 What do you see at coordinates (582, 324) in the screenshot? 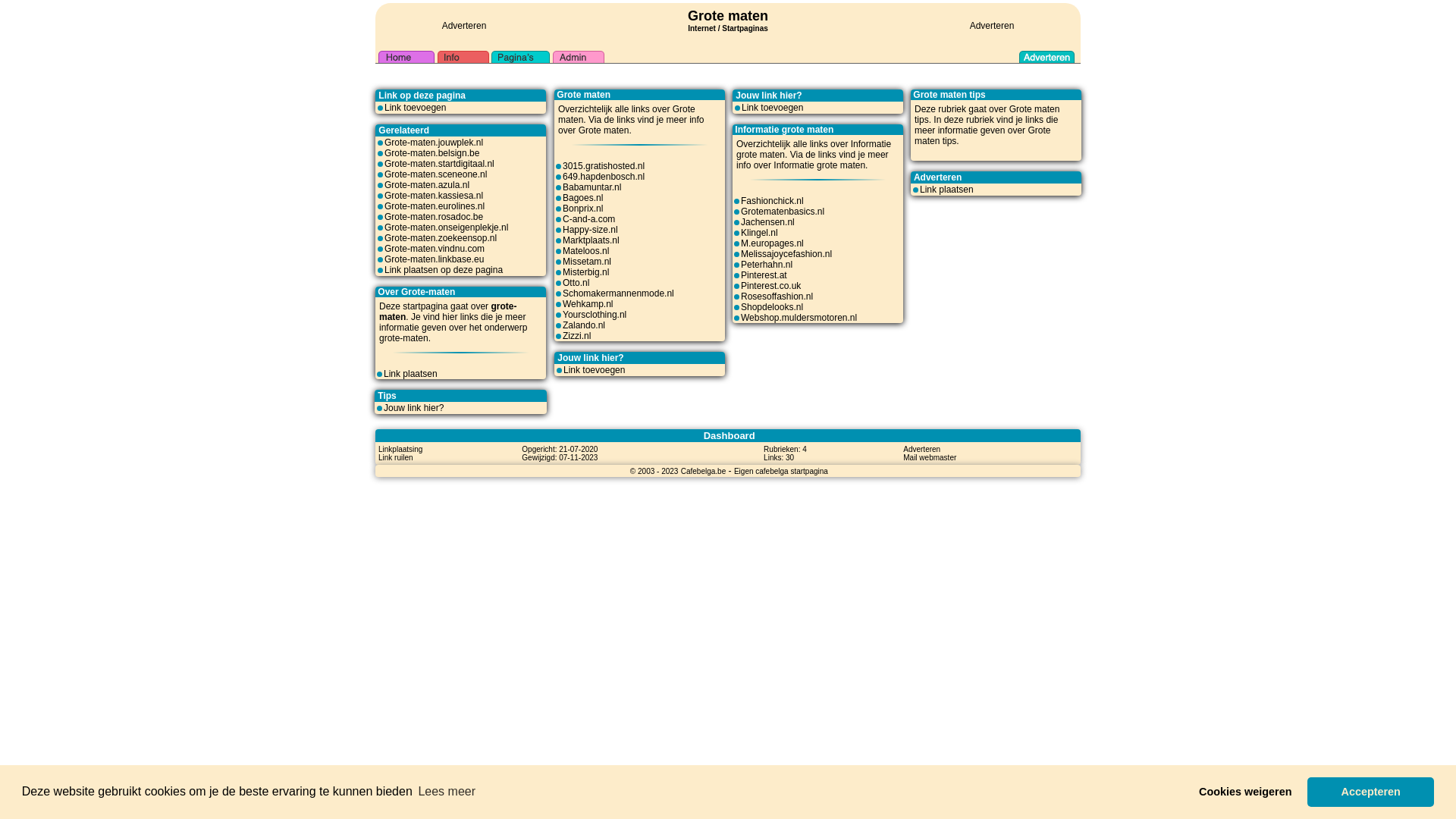
I see `'Zalando.nl'` at bounding box center [582, 324].